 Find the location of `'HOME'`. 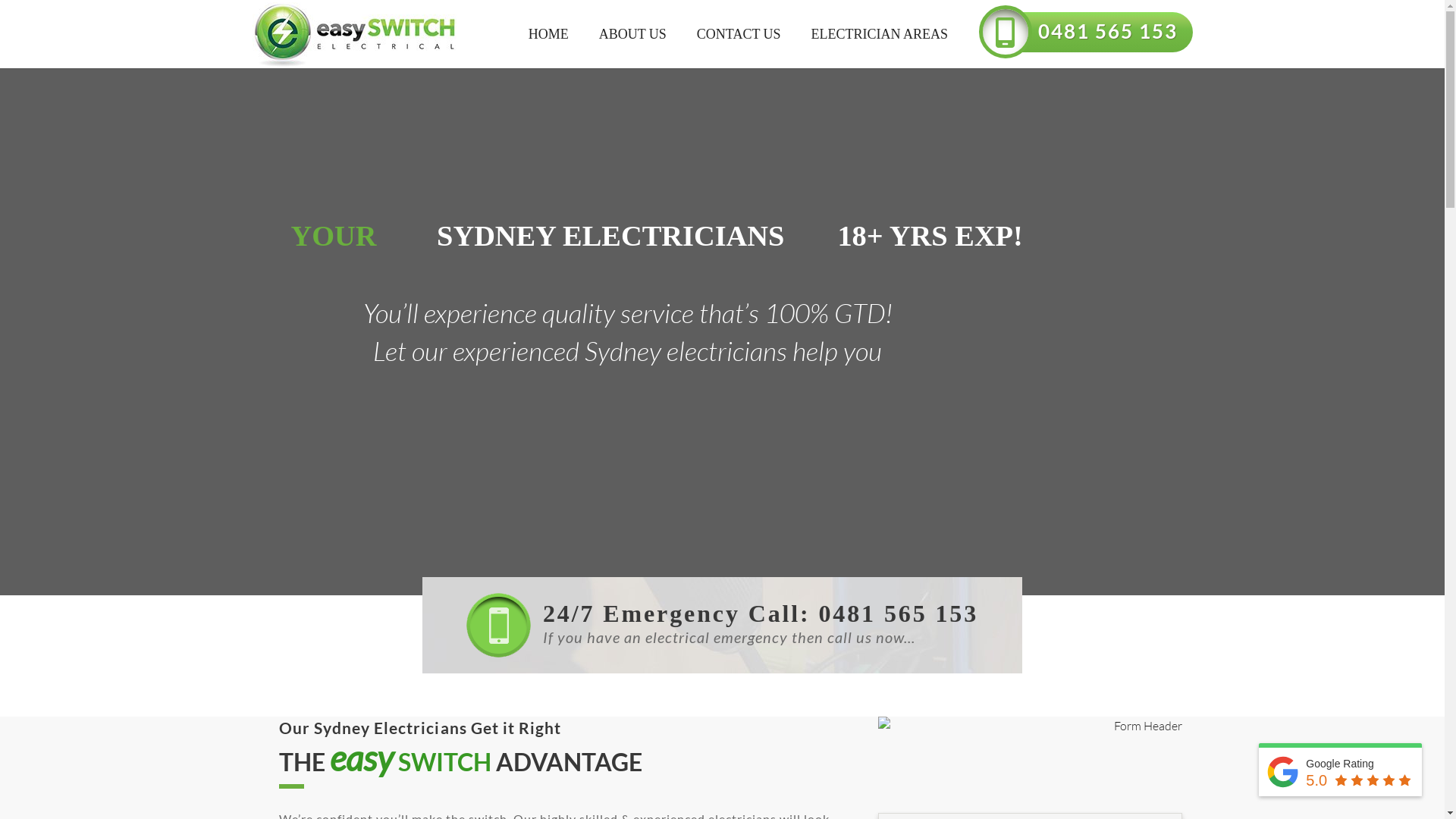

'HOME' is located at coordinates (548, 34).